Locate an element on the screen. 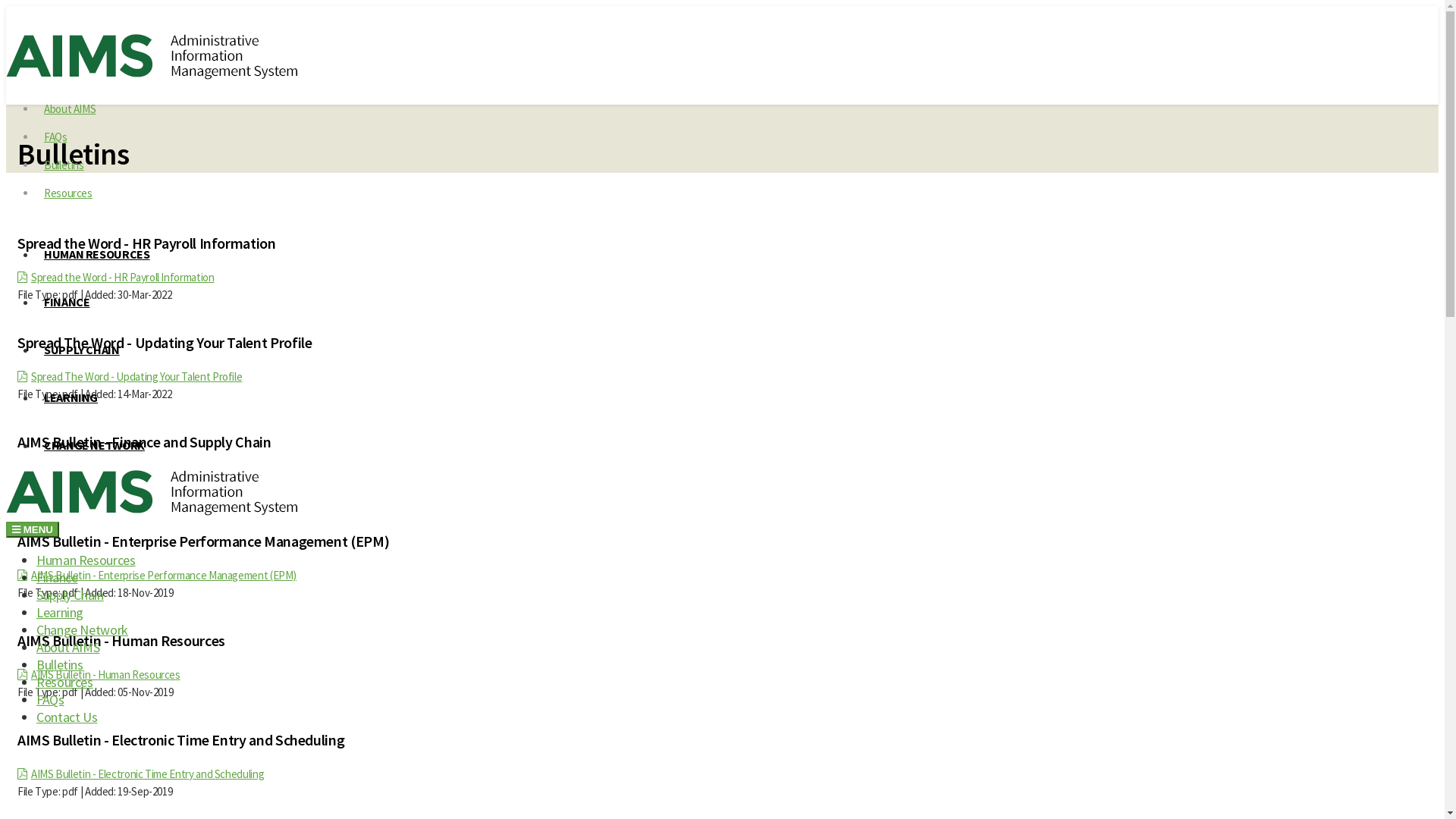  'MENU' is located at coordinates (33, 529).